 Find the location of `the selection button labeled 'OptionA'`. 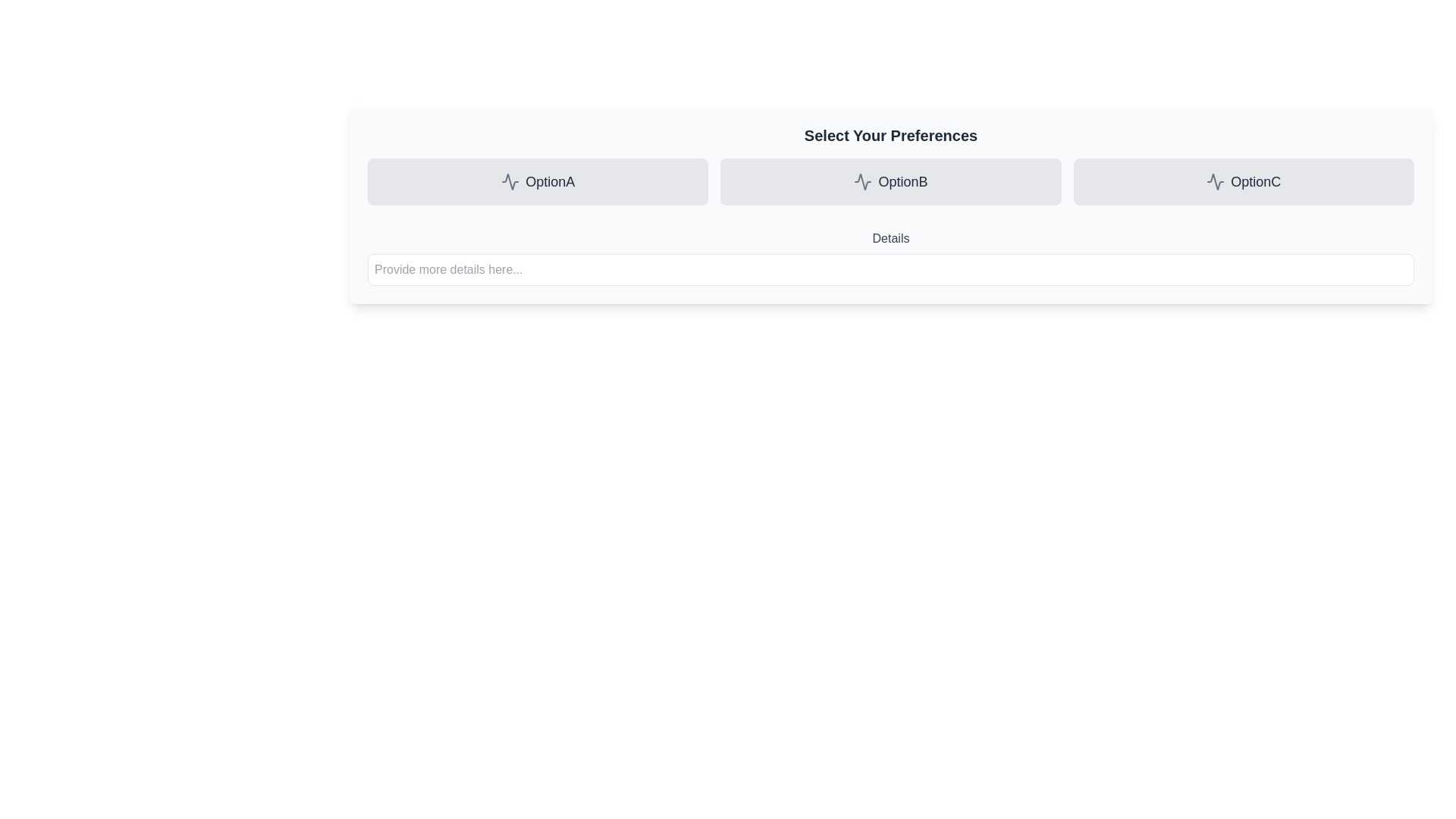

the selection button labeled 'OptionA' is located at coordinates (538, 180).